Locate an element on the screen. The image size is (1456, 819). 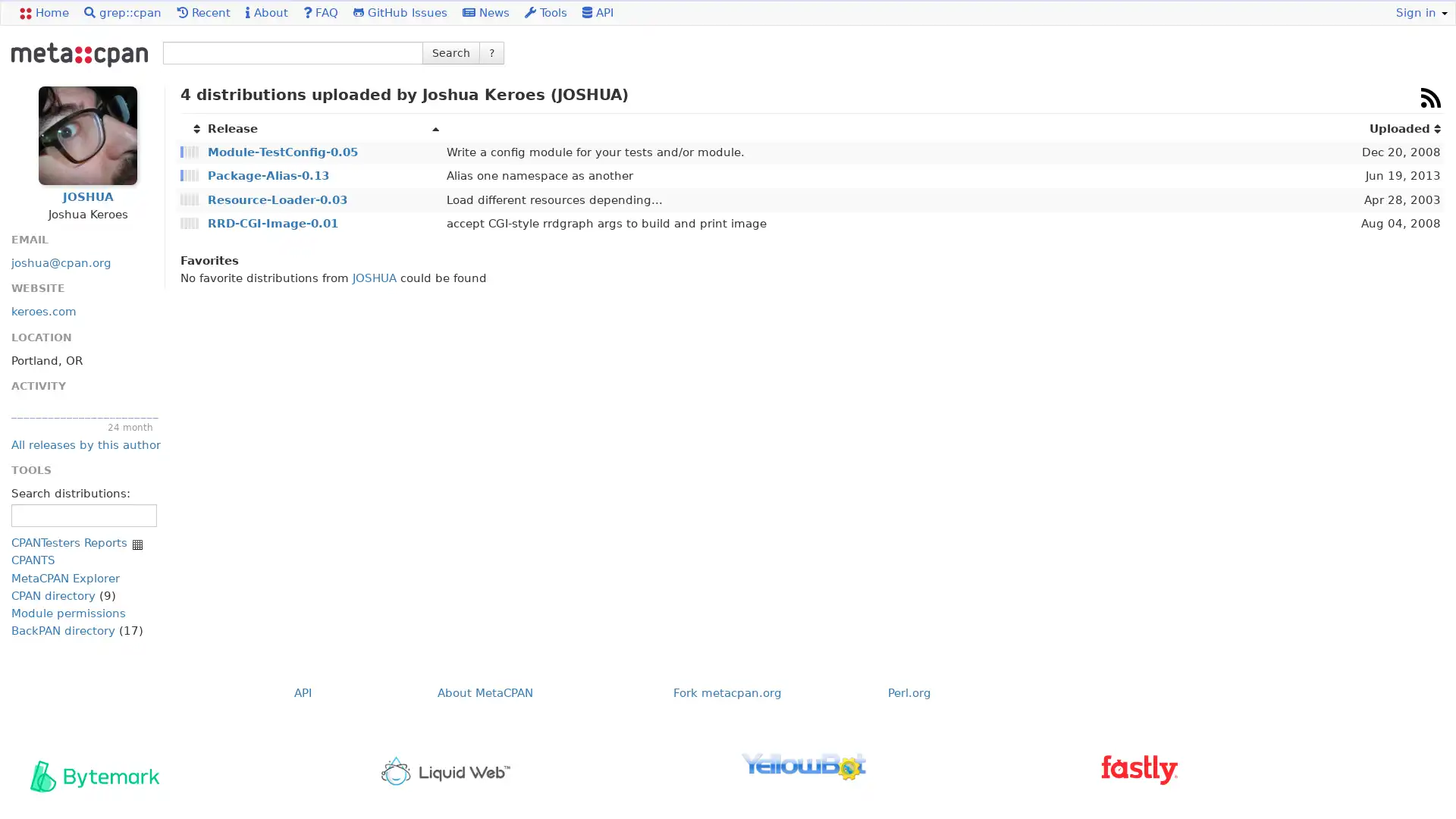
? is located at coordinates (491, 52).